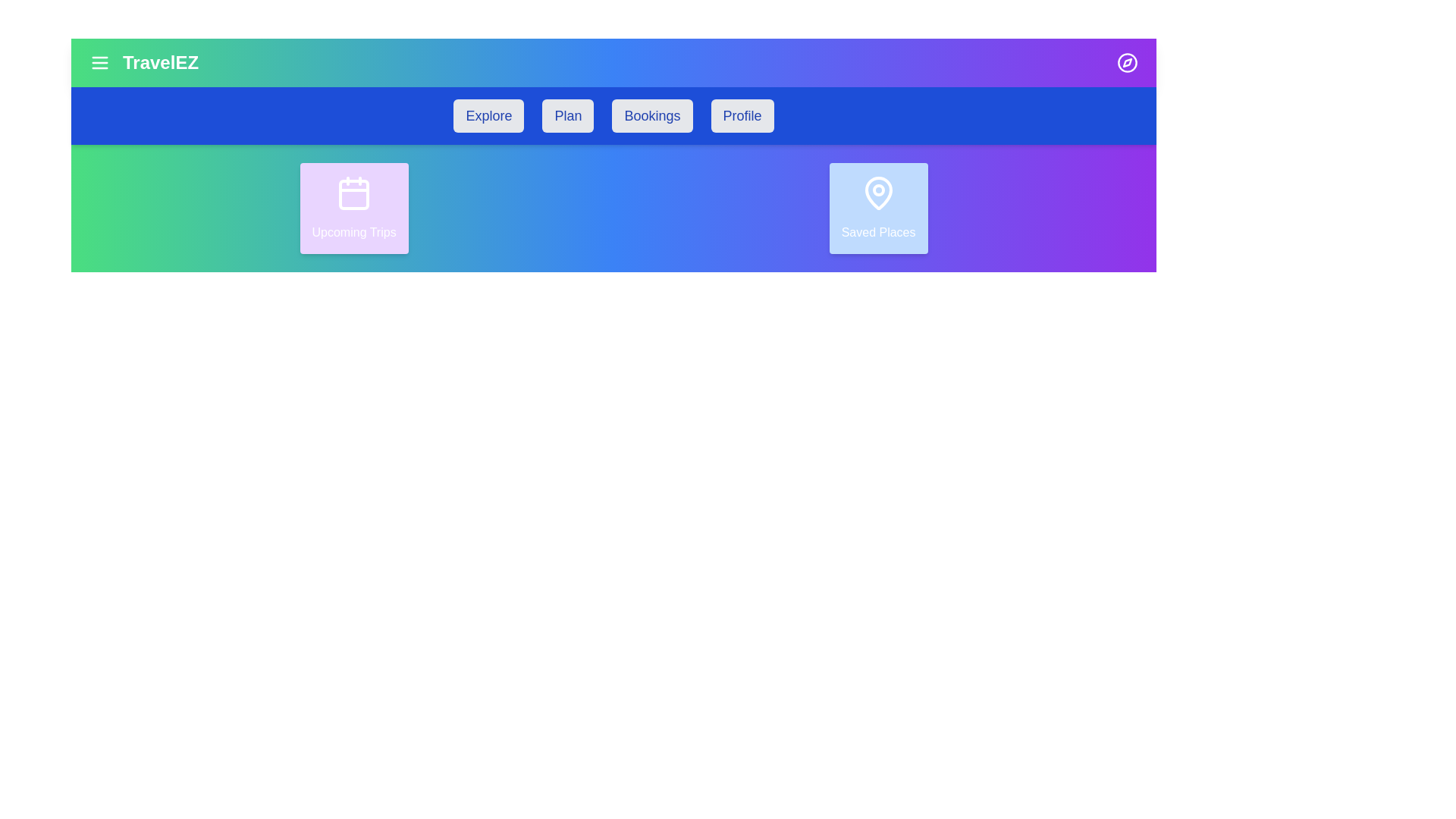  What do you see at coordinates (353, 208) in the screenshot?
I see `the 'Upcoming Trips' card to interact with it` at bounding box center [353, 208].